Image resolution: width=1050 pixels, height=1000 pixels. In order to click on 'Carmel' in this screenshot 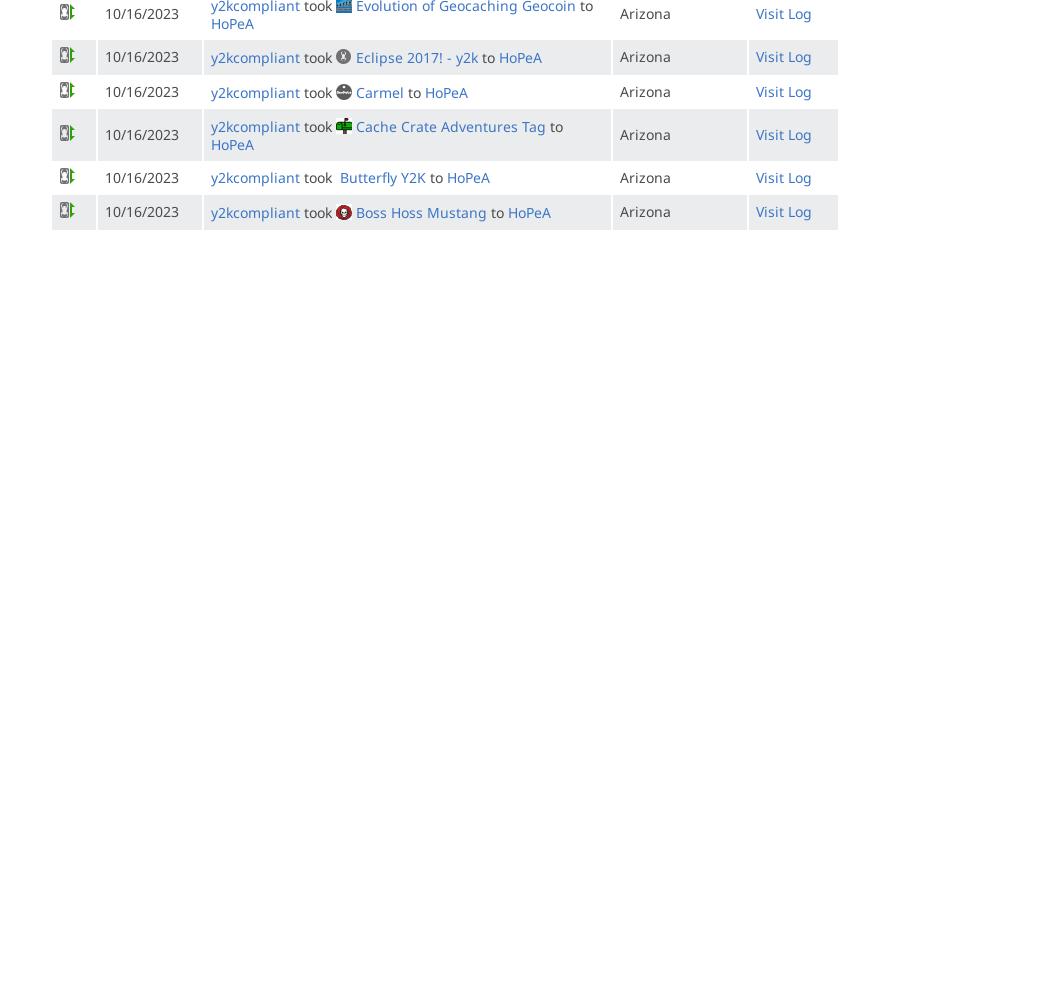, I will do `click(379, 90)`.